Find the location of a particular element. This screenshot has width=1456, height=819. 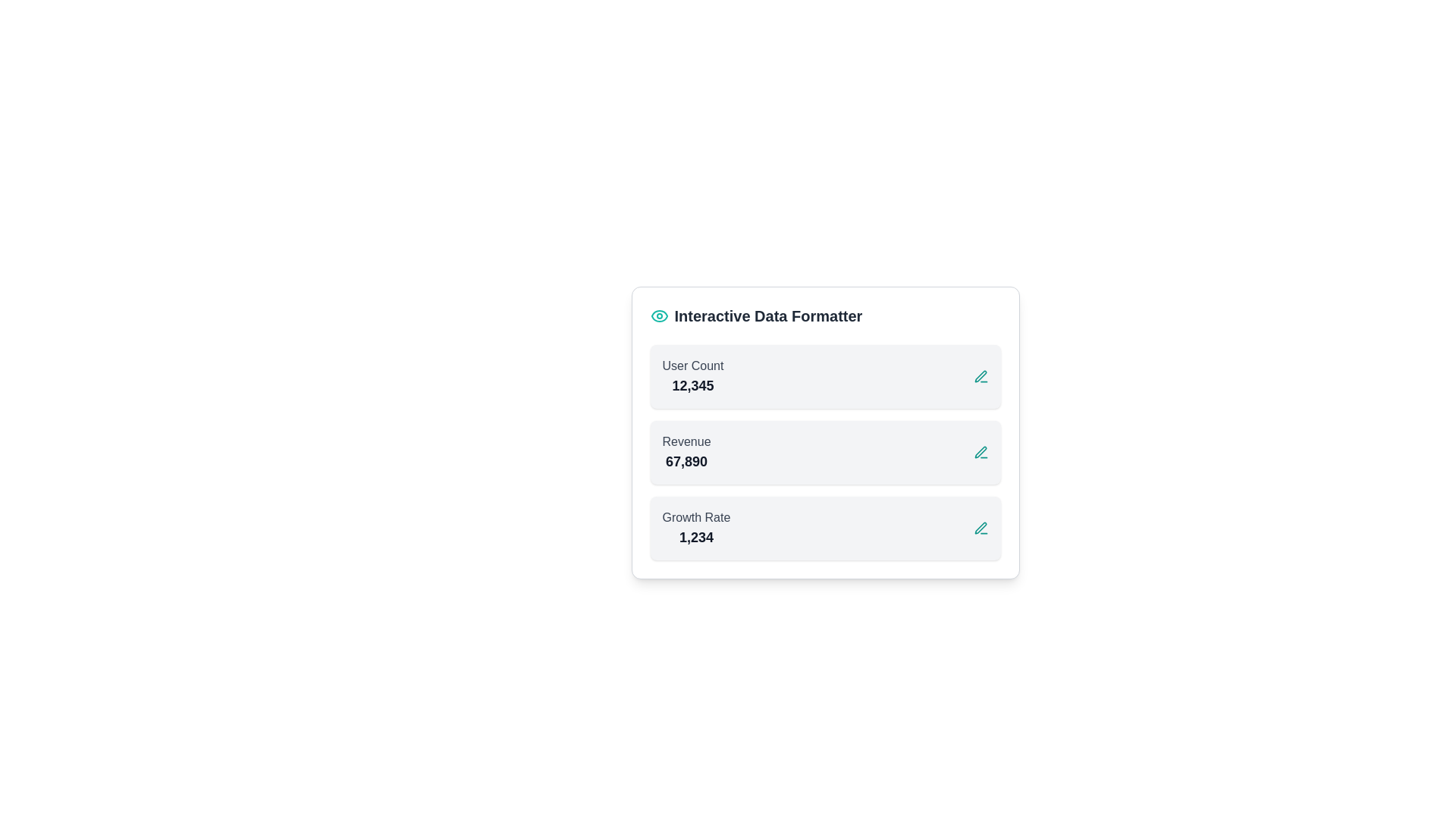

contents of the bold numerical text label '67,890', which is styled with a dark font and located beneath the 'Revenue' label is located at coordinates (686, 461).